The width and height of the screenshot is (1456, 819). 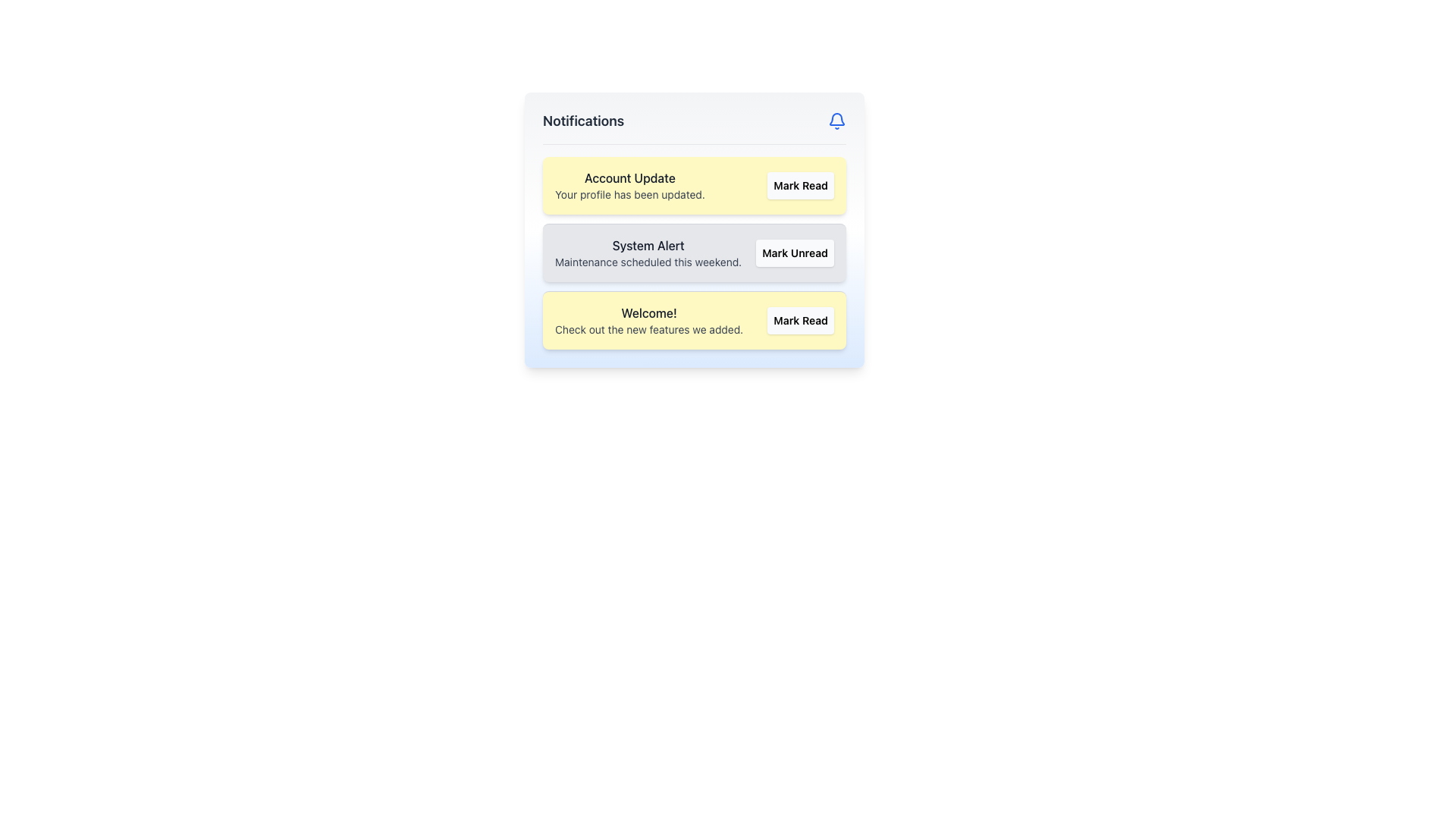 What do you see at coordinates (629, 177) in the screenshot?
I see `the 'Account Update' text label, which is a medium-sized, bold, dark gray or black text on a light yellow background, located at the top-left corner of the notification card` at bounding box center [629, 177].